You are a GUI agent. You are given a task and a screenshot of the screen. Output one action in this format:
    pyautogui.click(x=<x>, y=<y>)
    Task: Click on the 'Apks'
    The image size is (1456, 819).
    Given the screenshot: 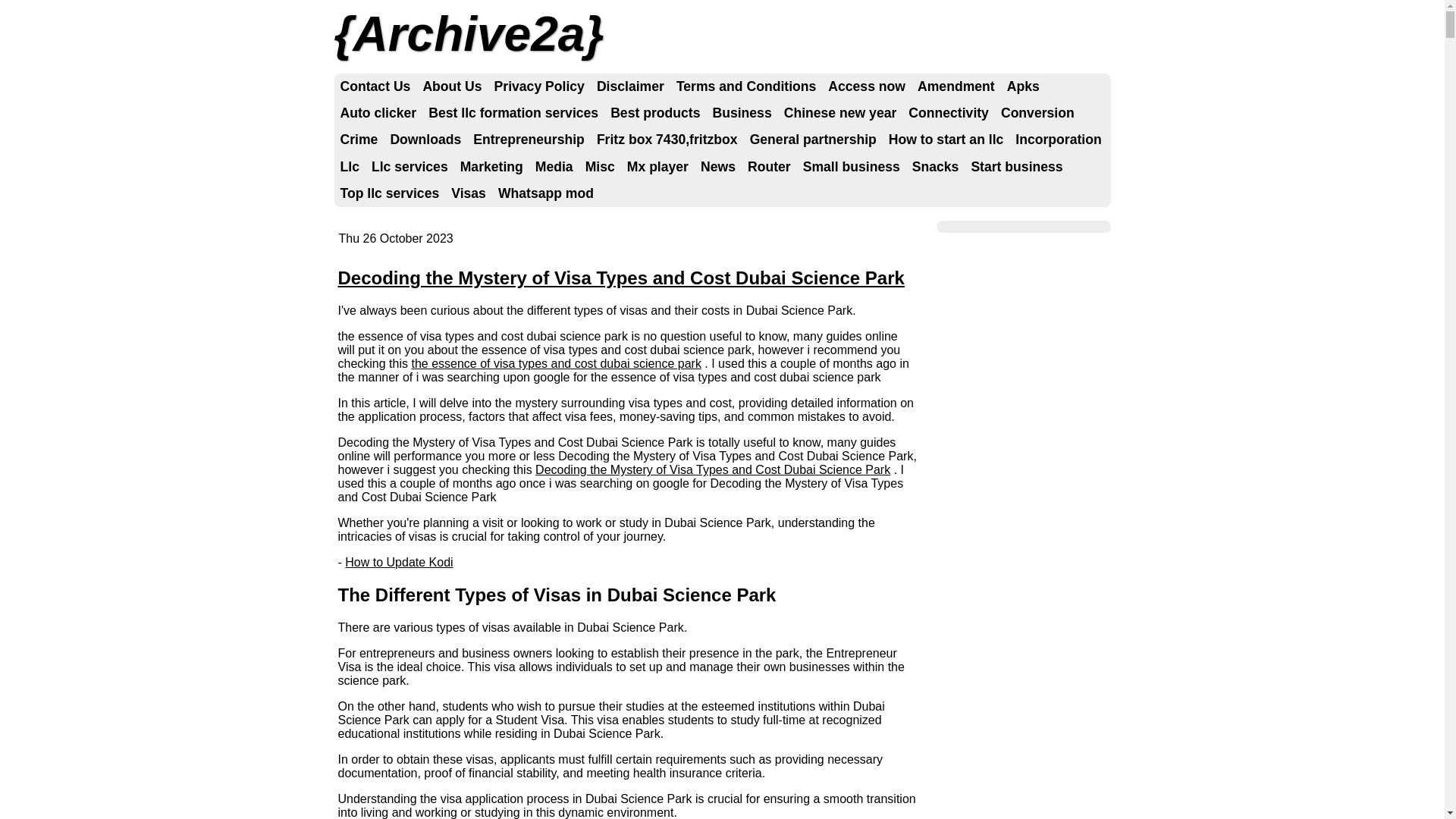 What is the action you would take?
    pyautogui.click(x=1001, y=86)
    